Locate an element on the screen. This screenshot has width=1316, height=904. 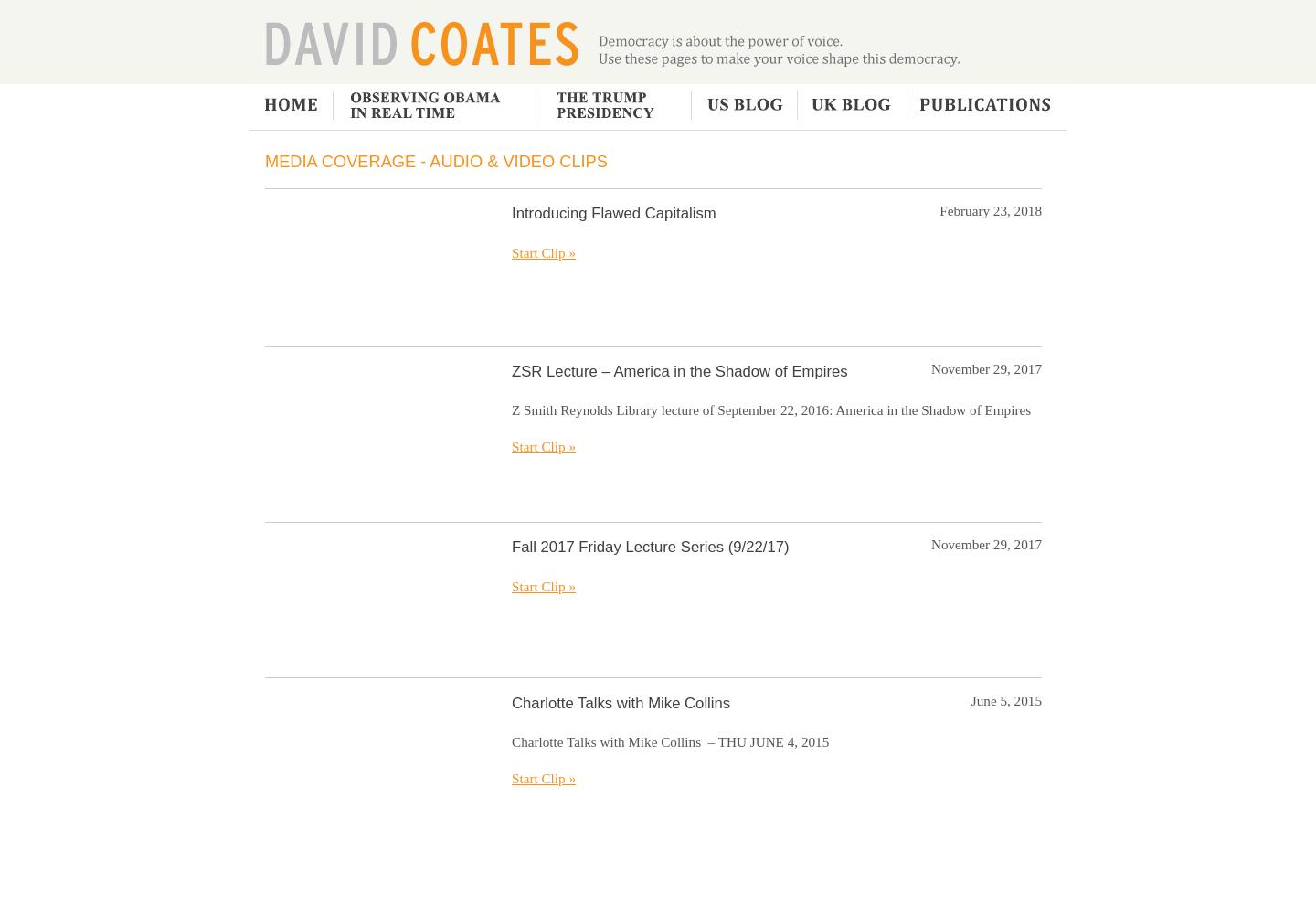
'June 5, 2015' is located at coordinates (1005, 699).